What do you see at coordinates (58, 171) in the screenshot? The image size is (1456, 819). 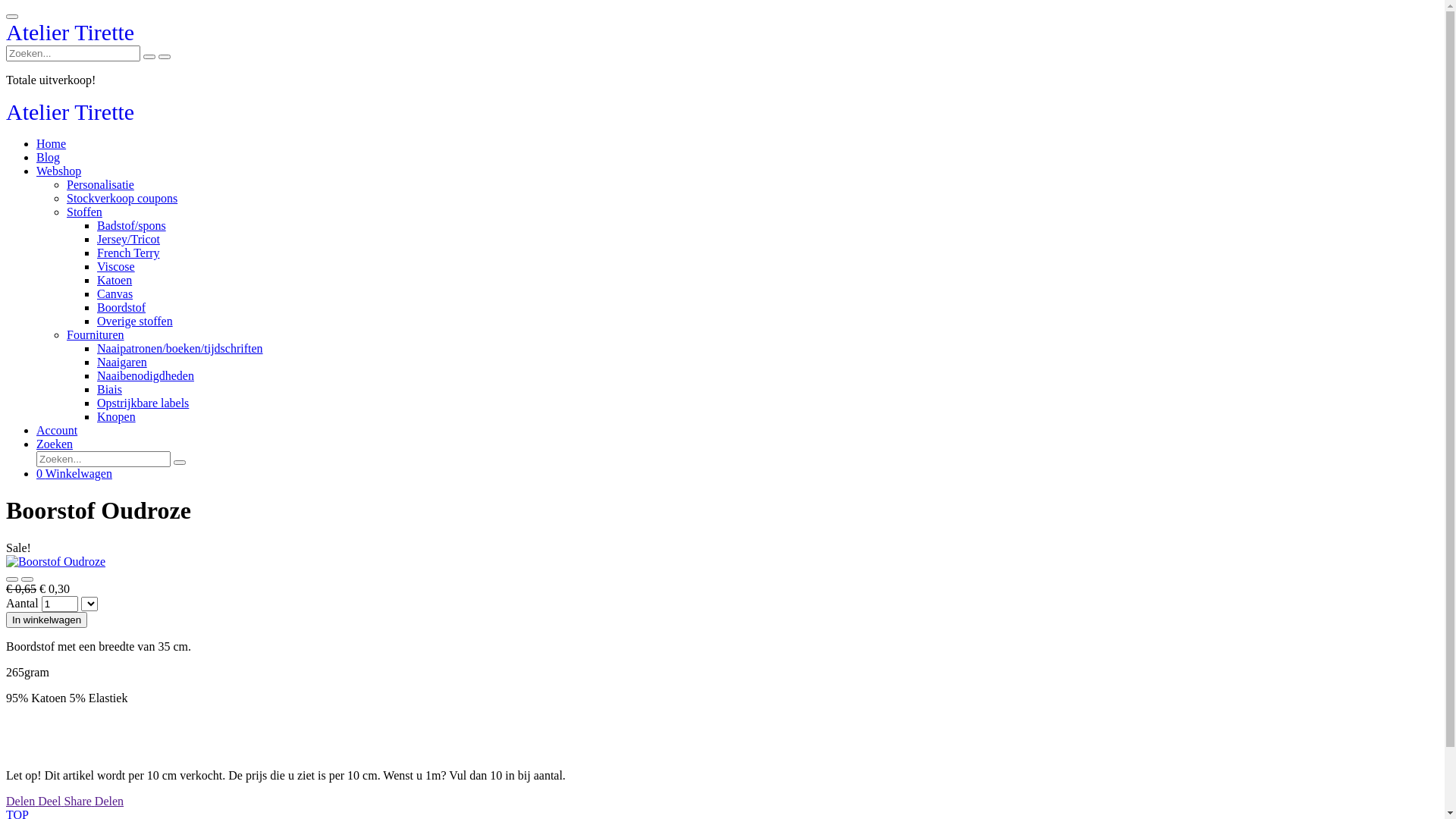 I see `'Webshop'` at bounding box center [58, 171].